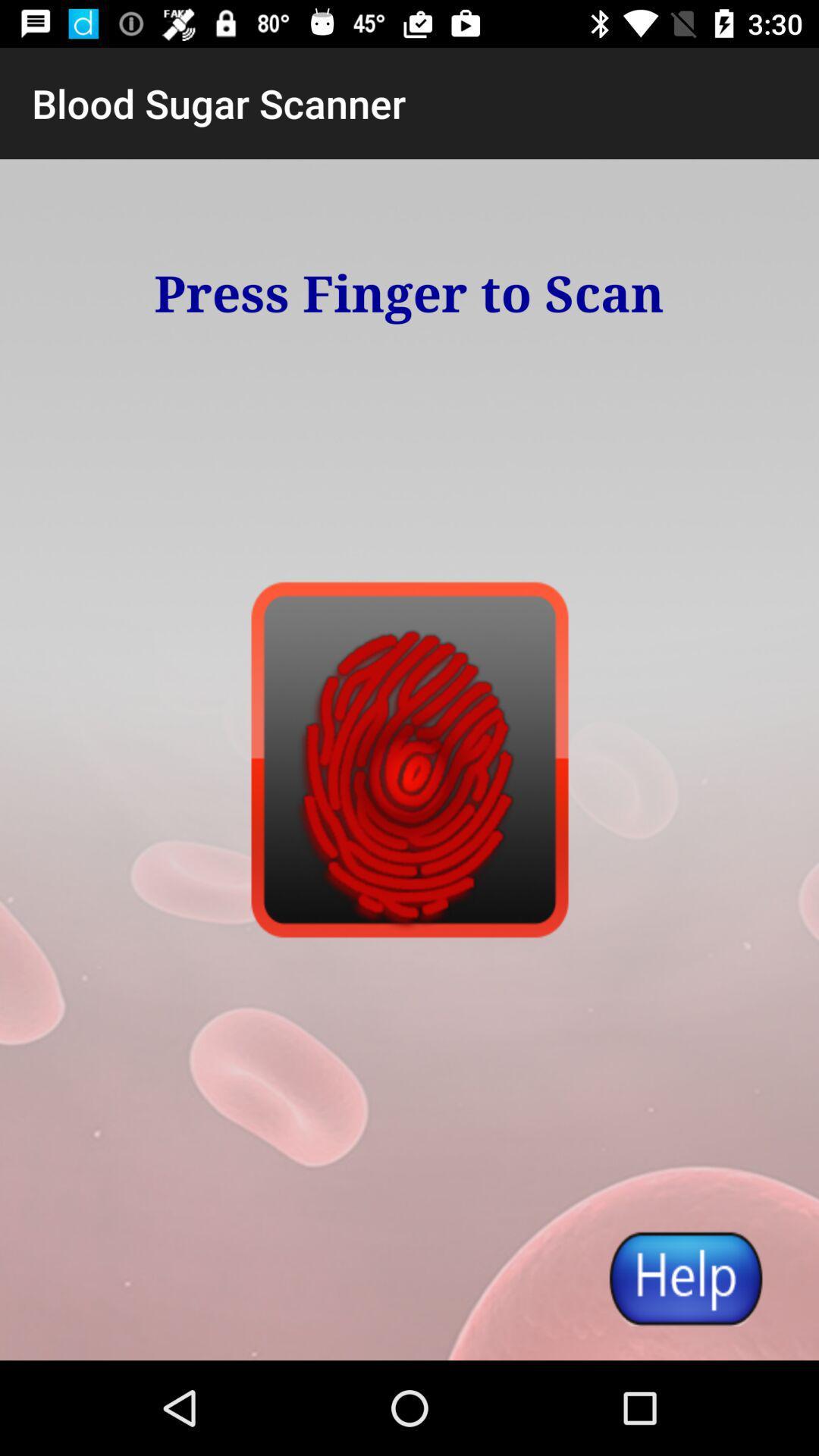  Describe the element at coordinates (685, 1277) in the screenshot. I see `request help` at that location.